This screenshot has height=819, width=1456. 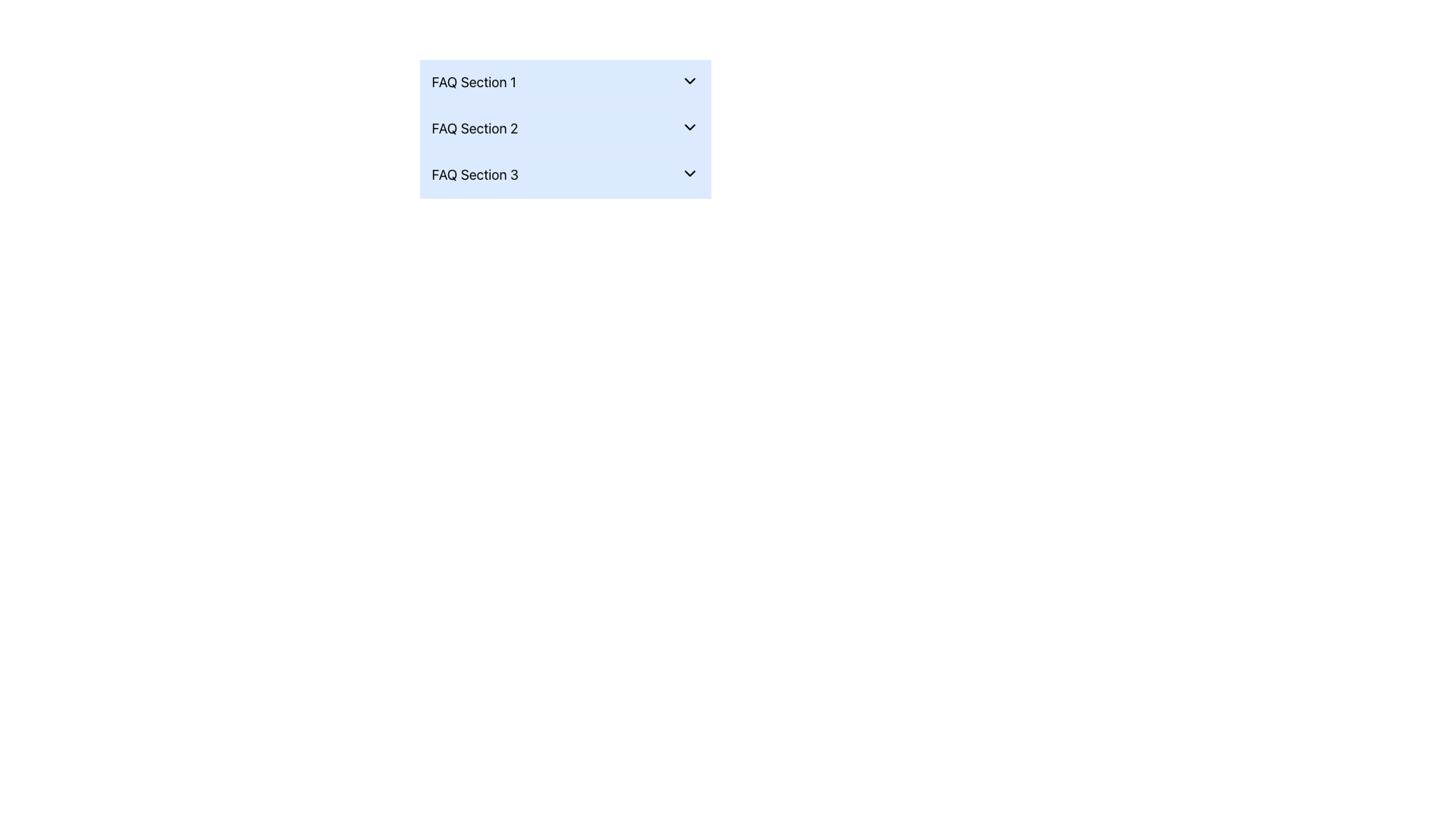 What do you see at coordinates (689, 81) in the screenshot?
I see `the chevron down icon button located in the 'FAQ Section 1'` at bounding box center [689, 81].